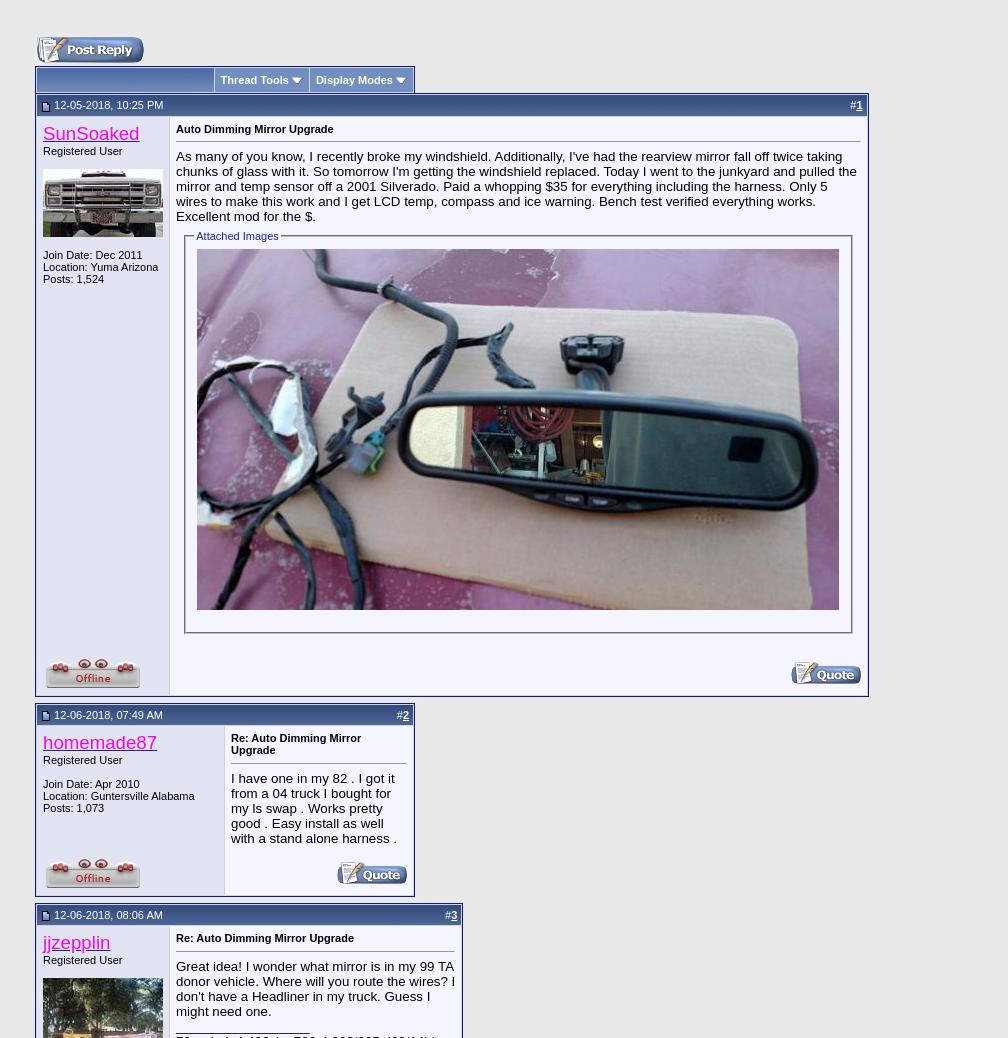  What do you see at coordinates (43, 277) in the screenshot?
I see `'Posts: 1,524'` at bounding box center [43, 277].